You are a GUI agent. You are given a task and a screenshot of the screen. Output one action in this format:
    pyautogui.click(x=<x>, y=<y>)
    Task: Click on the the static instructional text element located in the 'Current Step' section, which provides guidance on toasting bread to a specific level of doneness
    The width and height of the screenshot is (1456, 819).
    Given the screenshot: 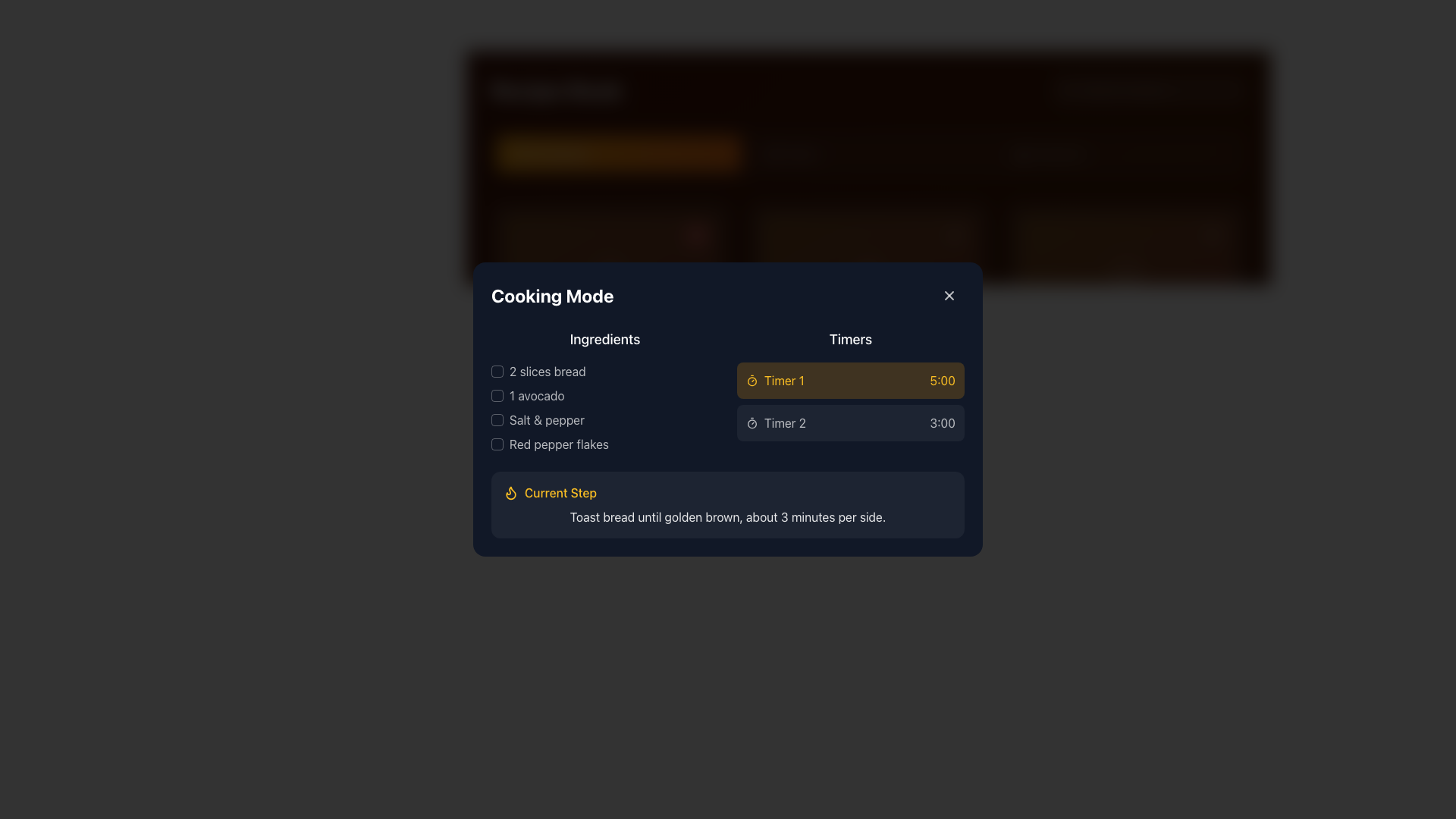 What is the action you would take?
    pyautogui.click(x=728, y=516)
    